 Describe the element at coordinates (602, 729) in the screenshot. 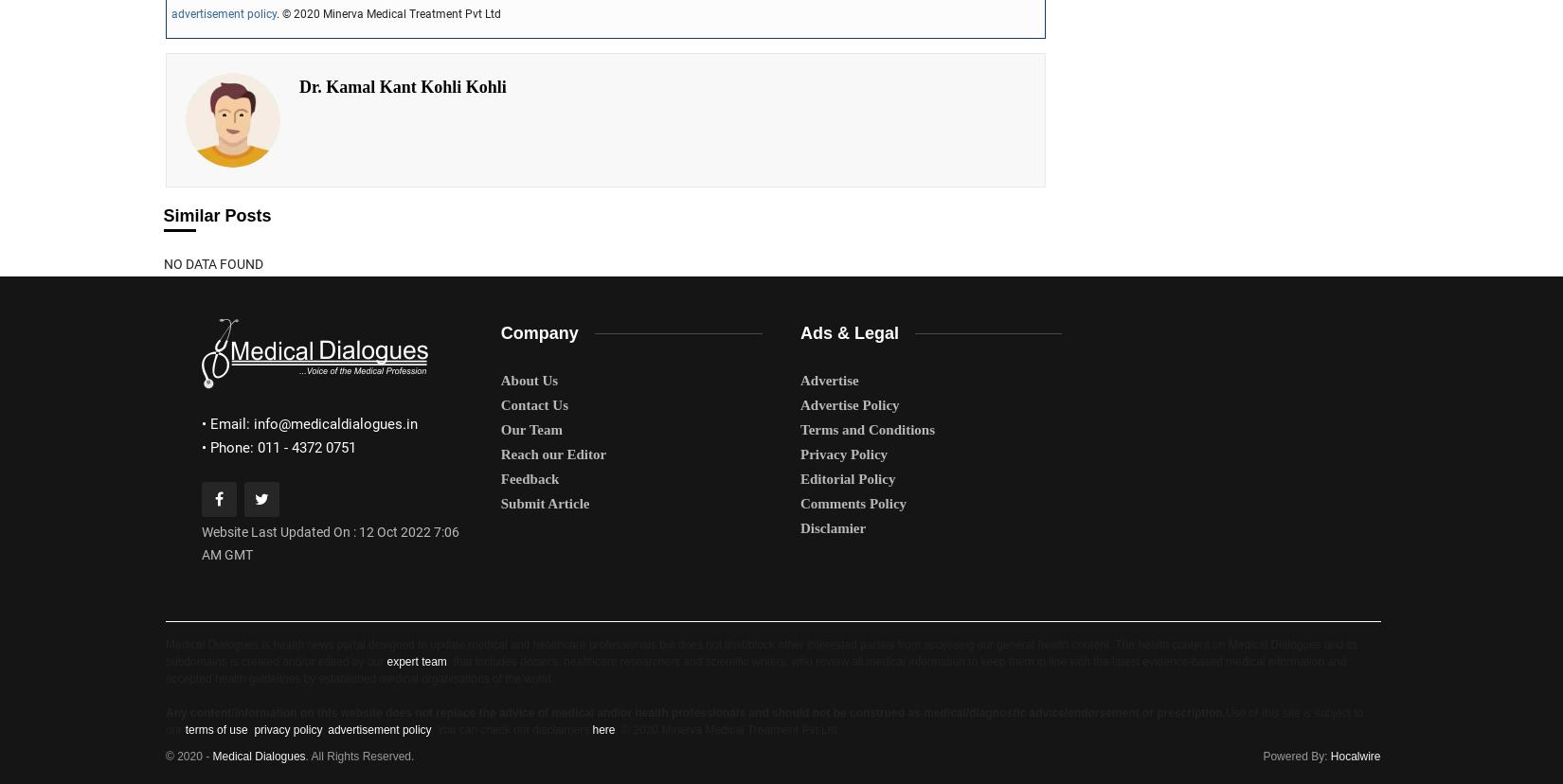

I see `'here'` at that location.